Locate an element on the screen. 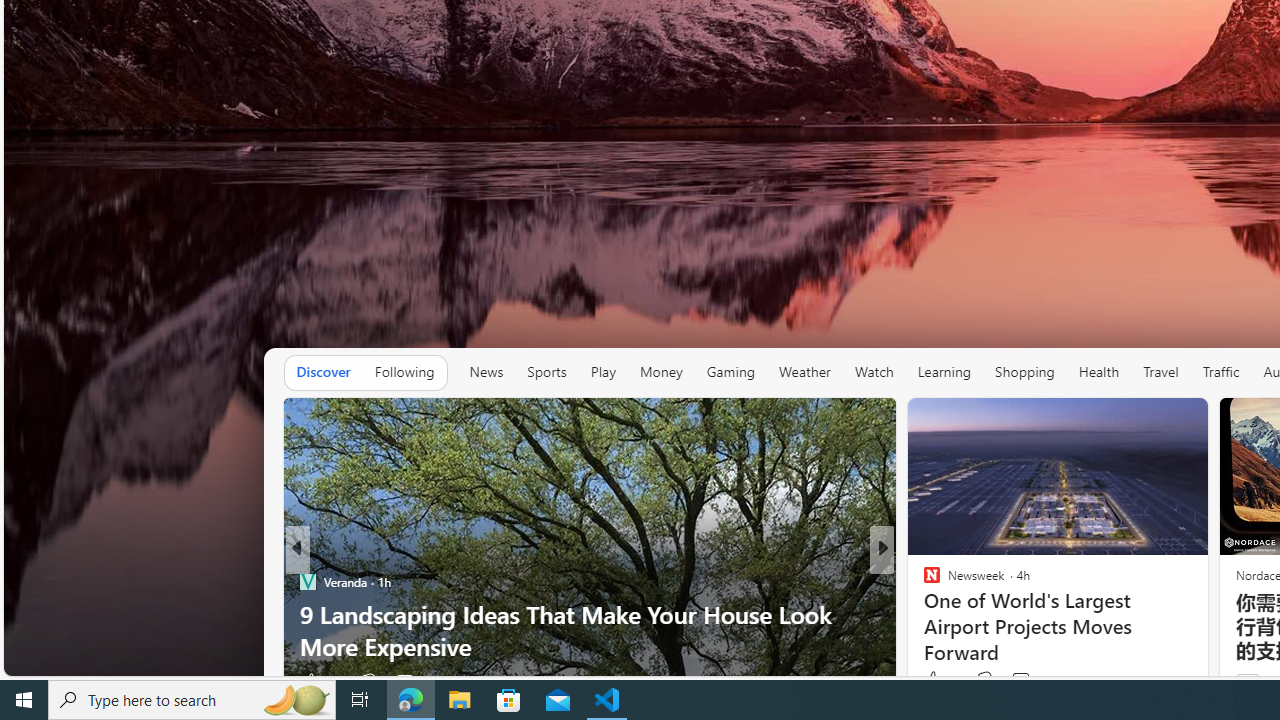  'ABC News' is located at coordinates (922, 581).